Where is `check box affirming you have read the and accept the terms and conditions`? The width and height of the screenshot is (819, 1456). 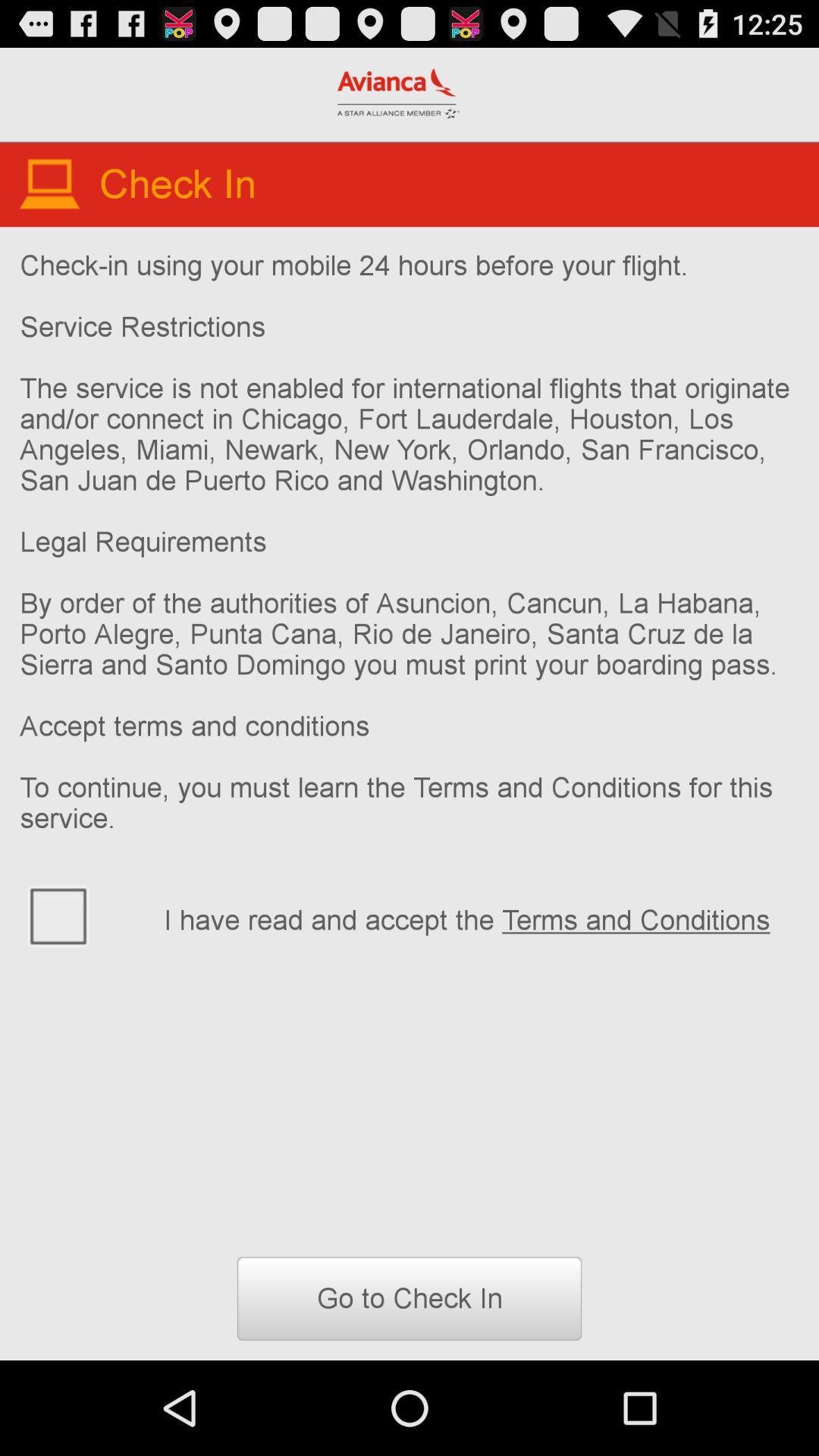
check box affirming you have read the and accept the terms and conditions is located at coordinates (82, 914).